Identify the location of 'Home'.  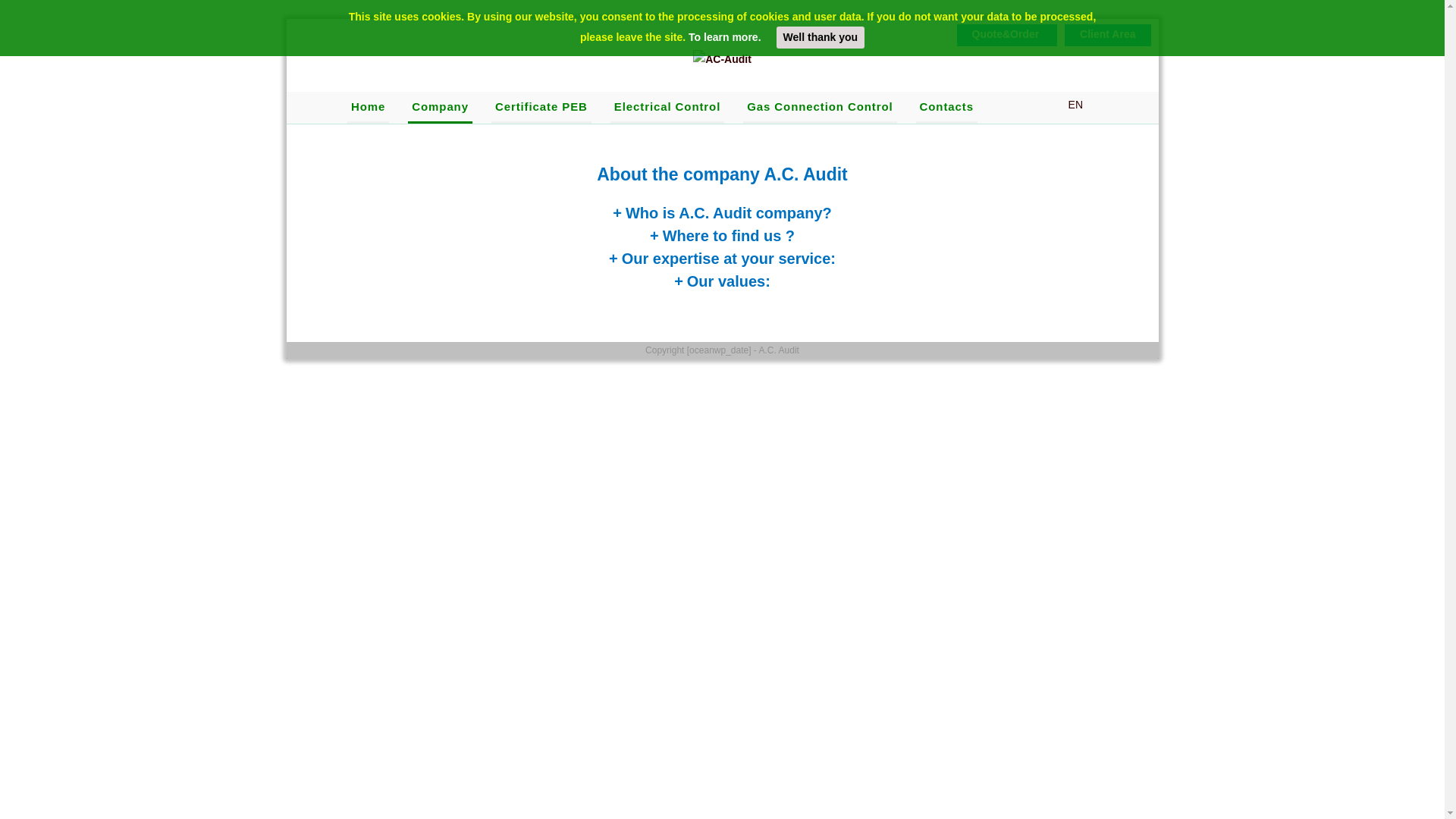
(368, 107).